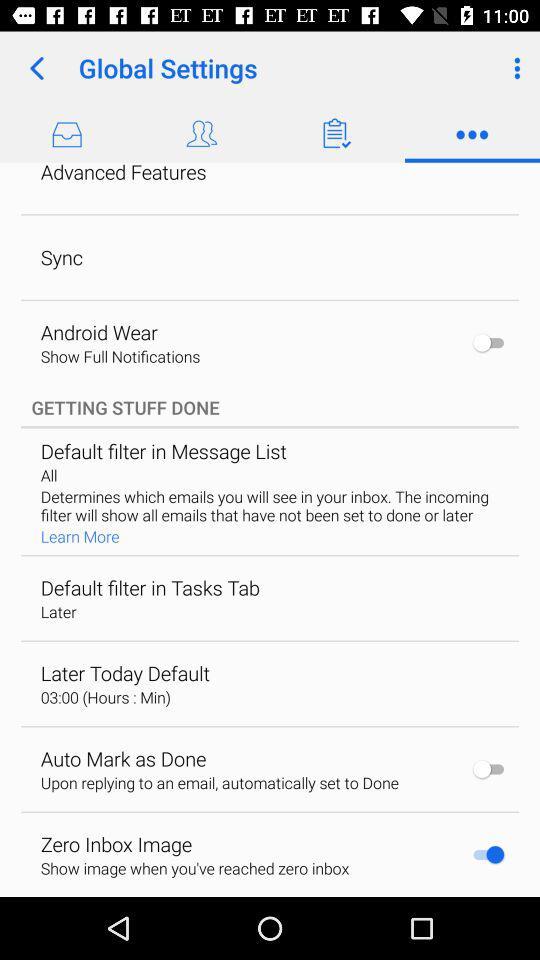  I want to click on the android wear, so click(98, 332).